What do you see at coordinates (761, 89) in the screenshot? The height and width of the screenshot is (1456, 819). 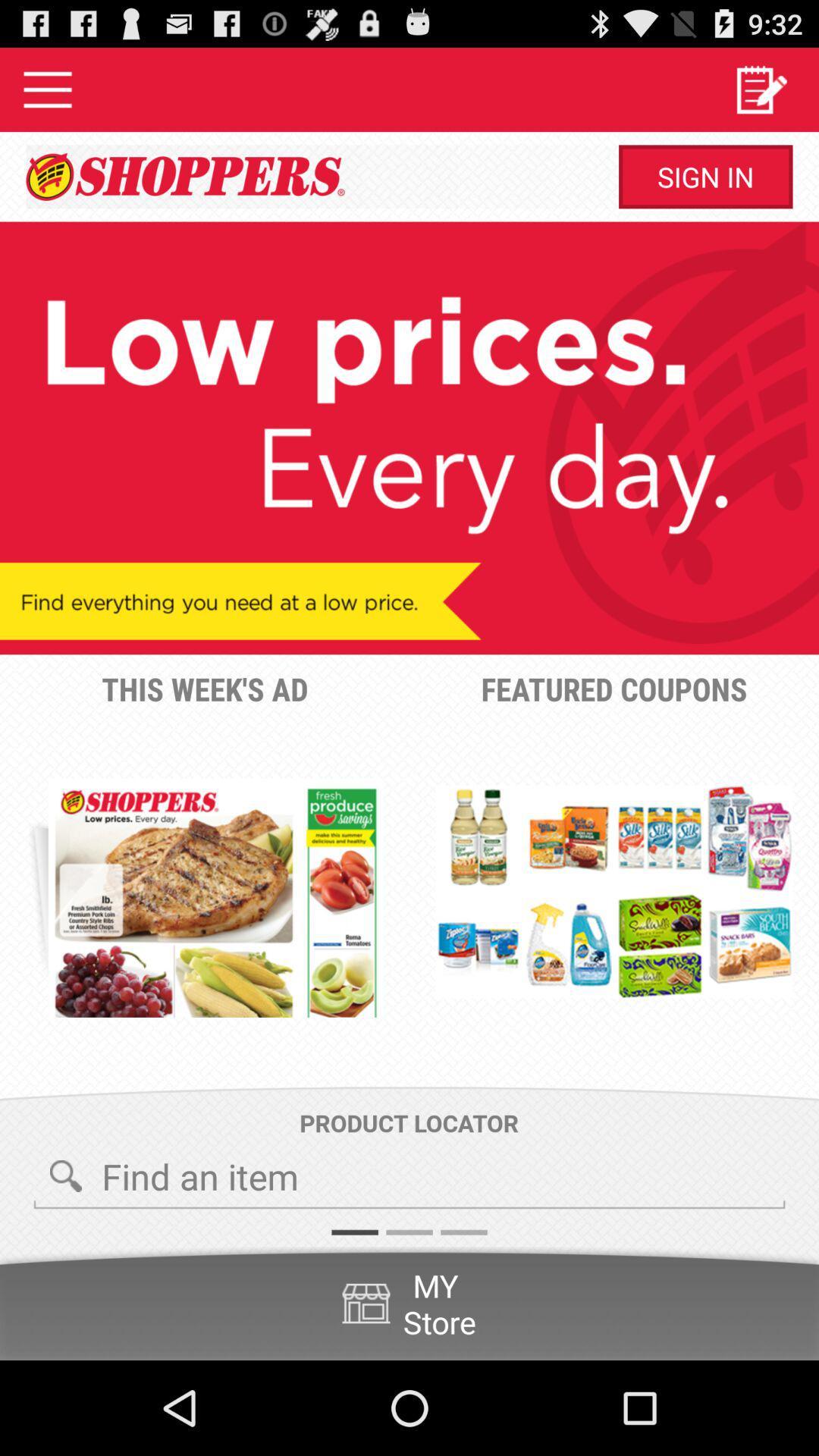 I see `icon above sign in button` at bounding box center [761, 89].